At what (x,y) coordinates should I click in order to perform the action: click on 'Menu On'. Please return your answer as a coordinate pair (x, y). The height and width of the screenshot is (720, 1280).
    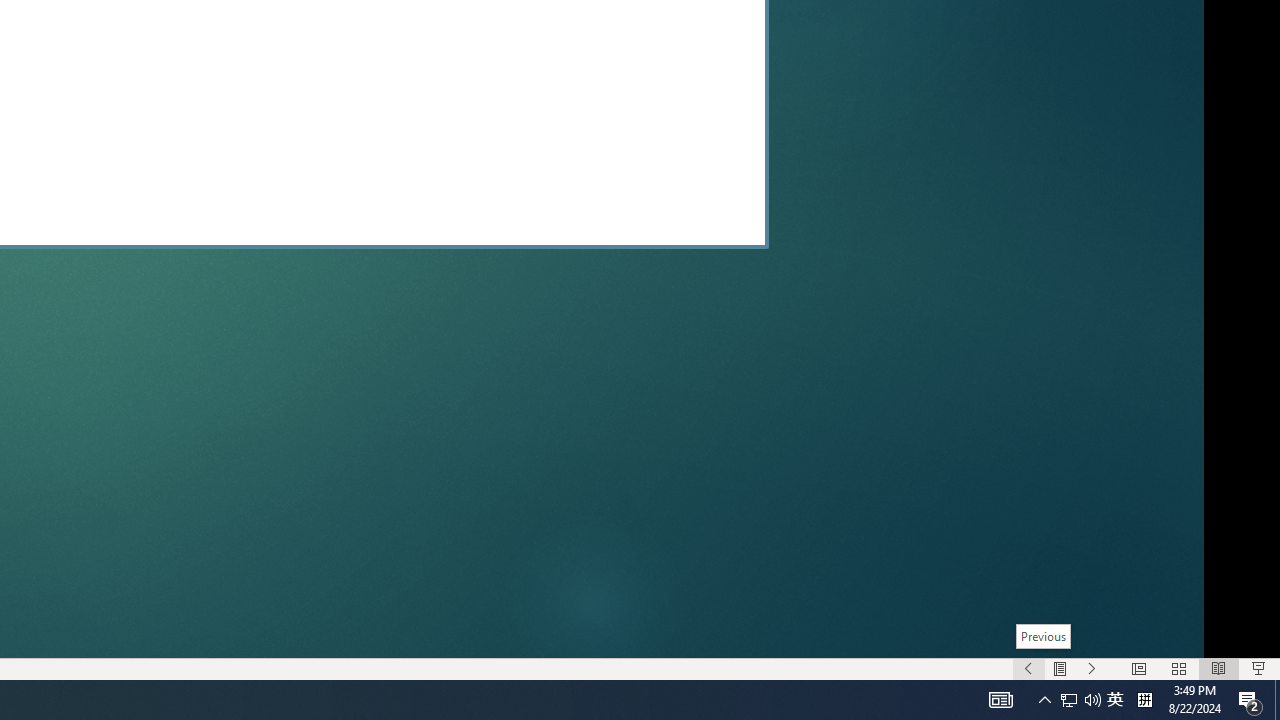
    Looking at the image, I should click on (1059, 669).